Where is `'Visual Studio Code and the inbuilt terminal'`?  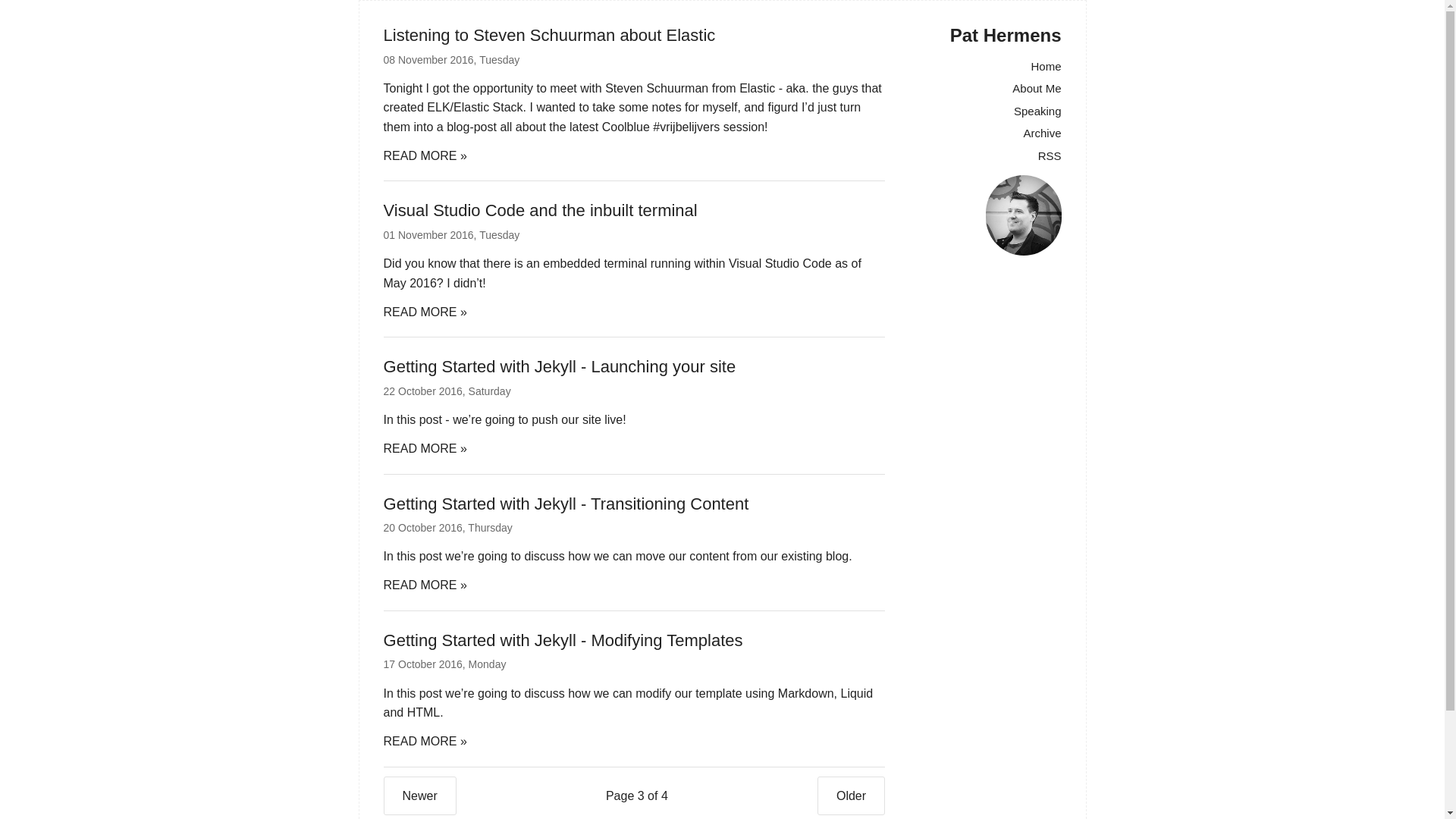
'Visual Studio Code and the inbuilt terminal' is located at coordinates (541, 210).